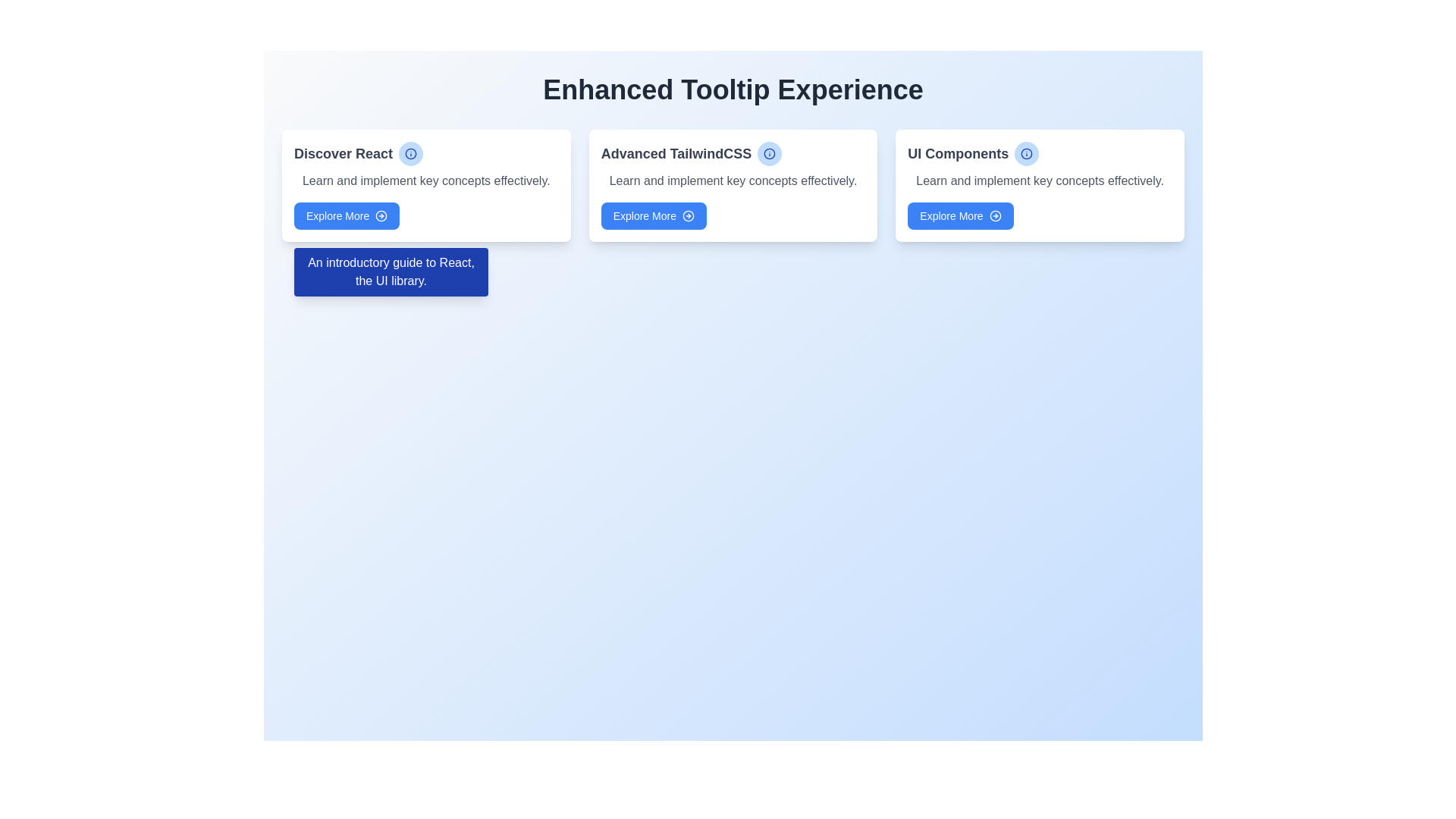 This screenshot has height=819, width=1456. Describe the element at coordinates (654, 216) in the screenshot. I see `the button with text and icon located in the second card from the left that allows users` at that location.